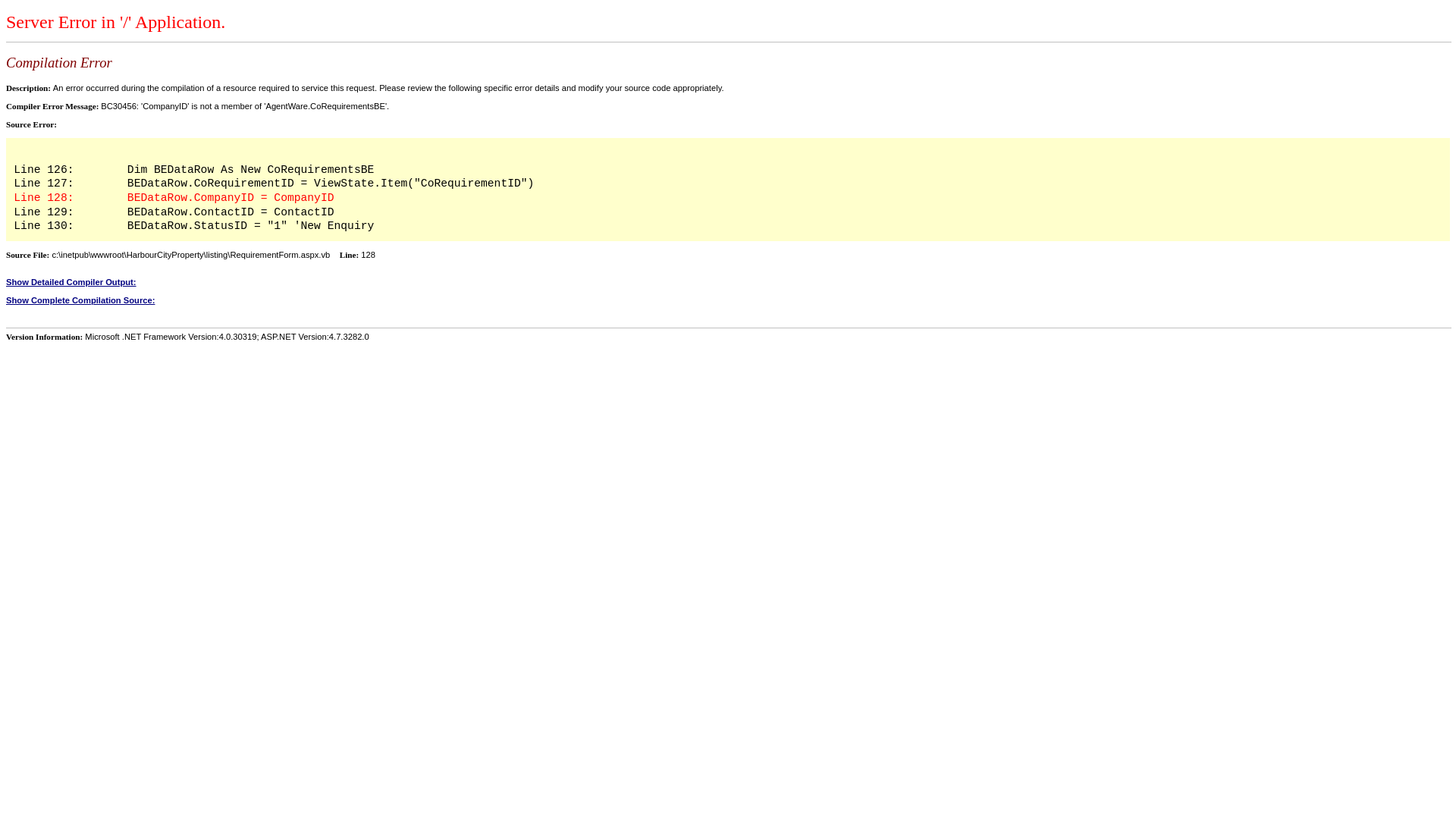 The height and width of the screenshot is (819, 1456). What do you see at coordinates (6, 281) in the screenshot?
I see `'Show Detailed Compiler Output:'` at bounding box center [6, 281].